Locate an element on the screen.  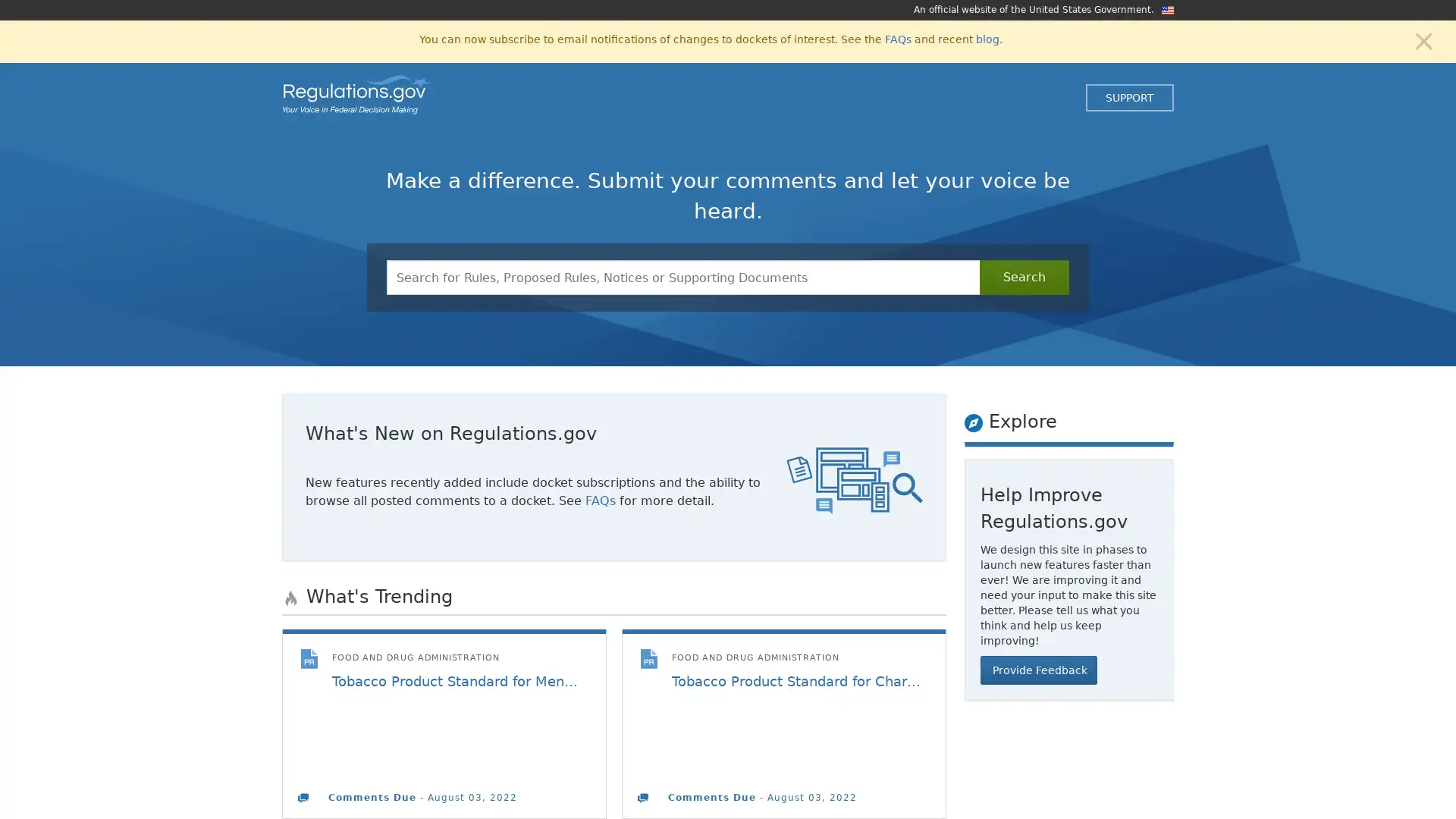
Close is located at coordinates (1423, 39).